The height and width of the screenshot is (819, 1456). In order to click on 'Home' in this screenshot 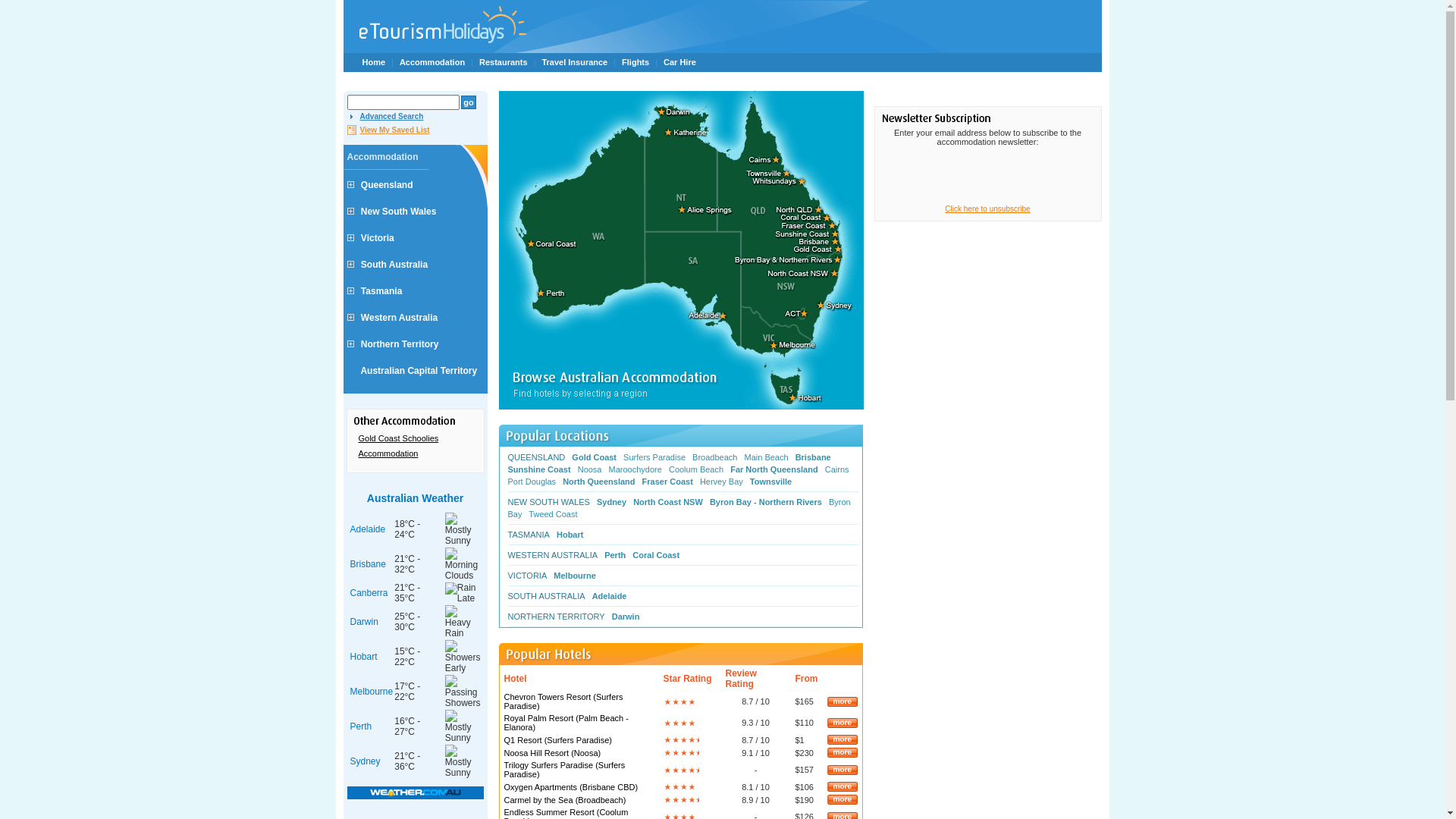, I will do `click(374, 61)`.